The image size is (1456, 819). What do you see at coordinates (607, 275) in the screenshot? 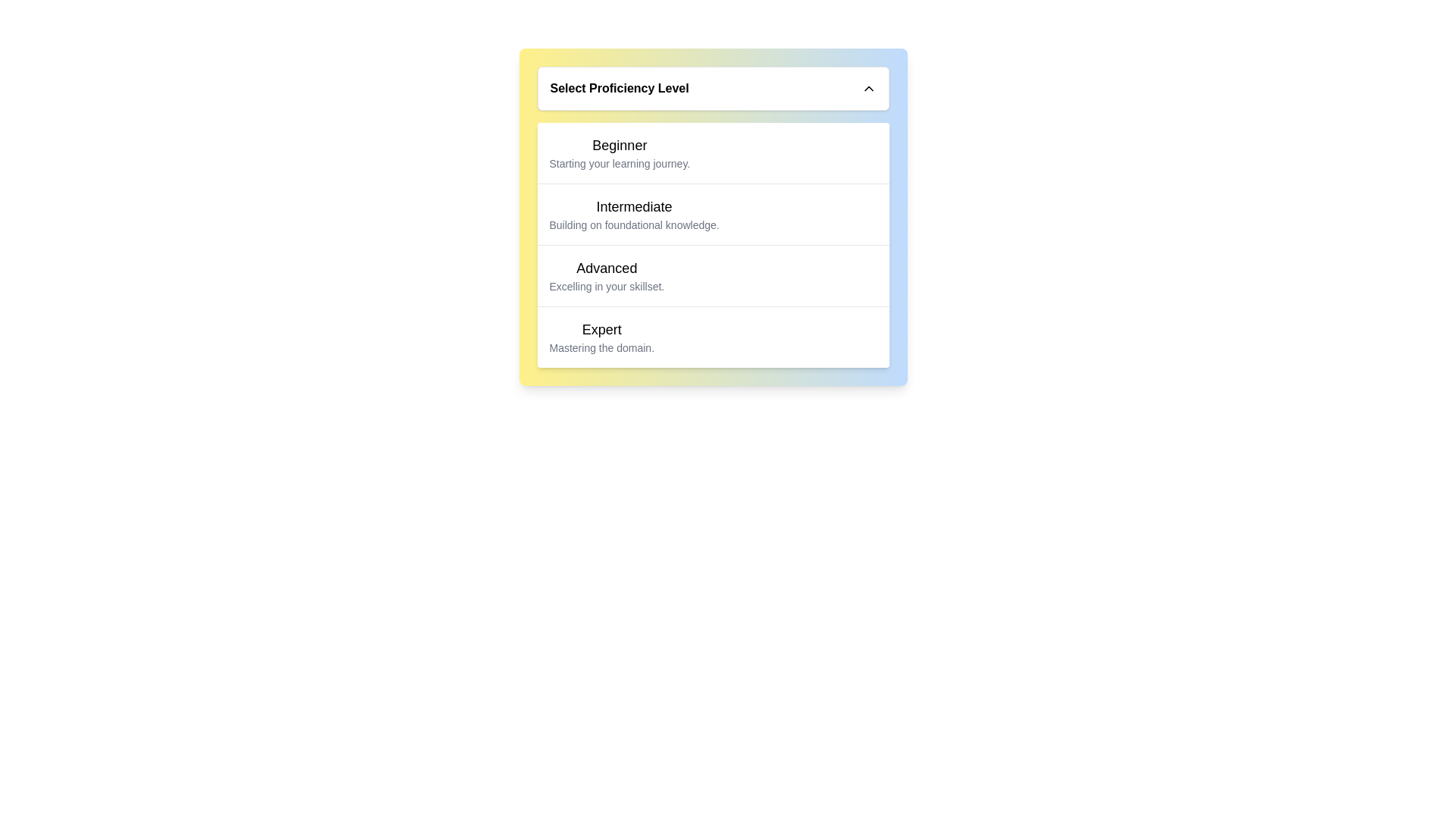
I see `to select the 'Advanced' proficiency level from the vertically-arranged menu in the 'Select Proficiency Level' section` at bounding box center [607, 275].